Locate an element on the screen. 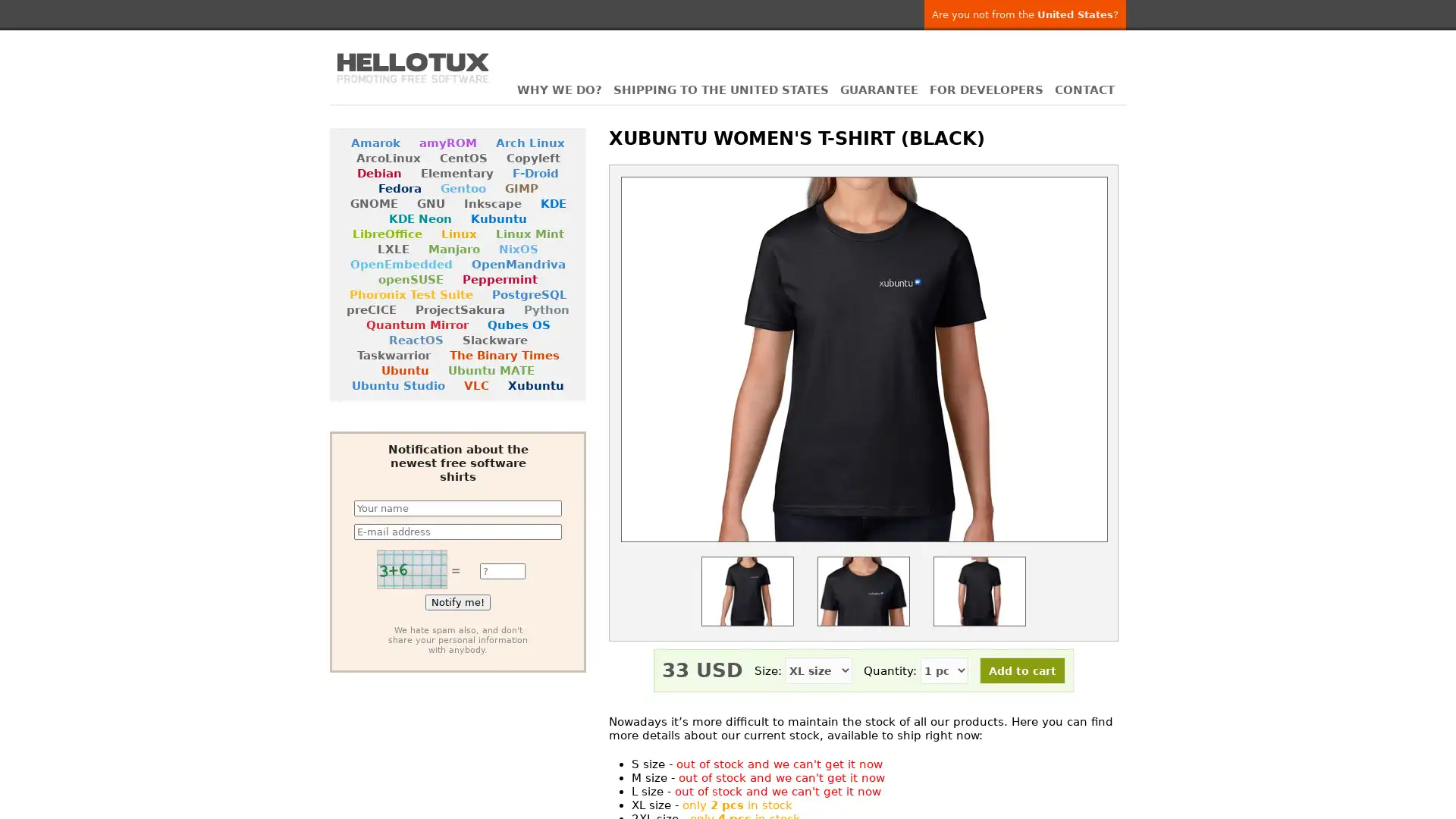 The height and width of the screenshot is (819, 1456). Notify me! is located at coordinates (457, 601).